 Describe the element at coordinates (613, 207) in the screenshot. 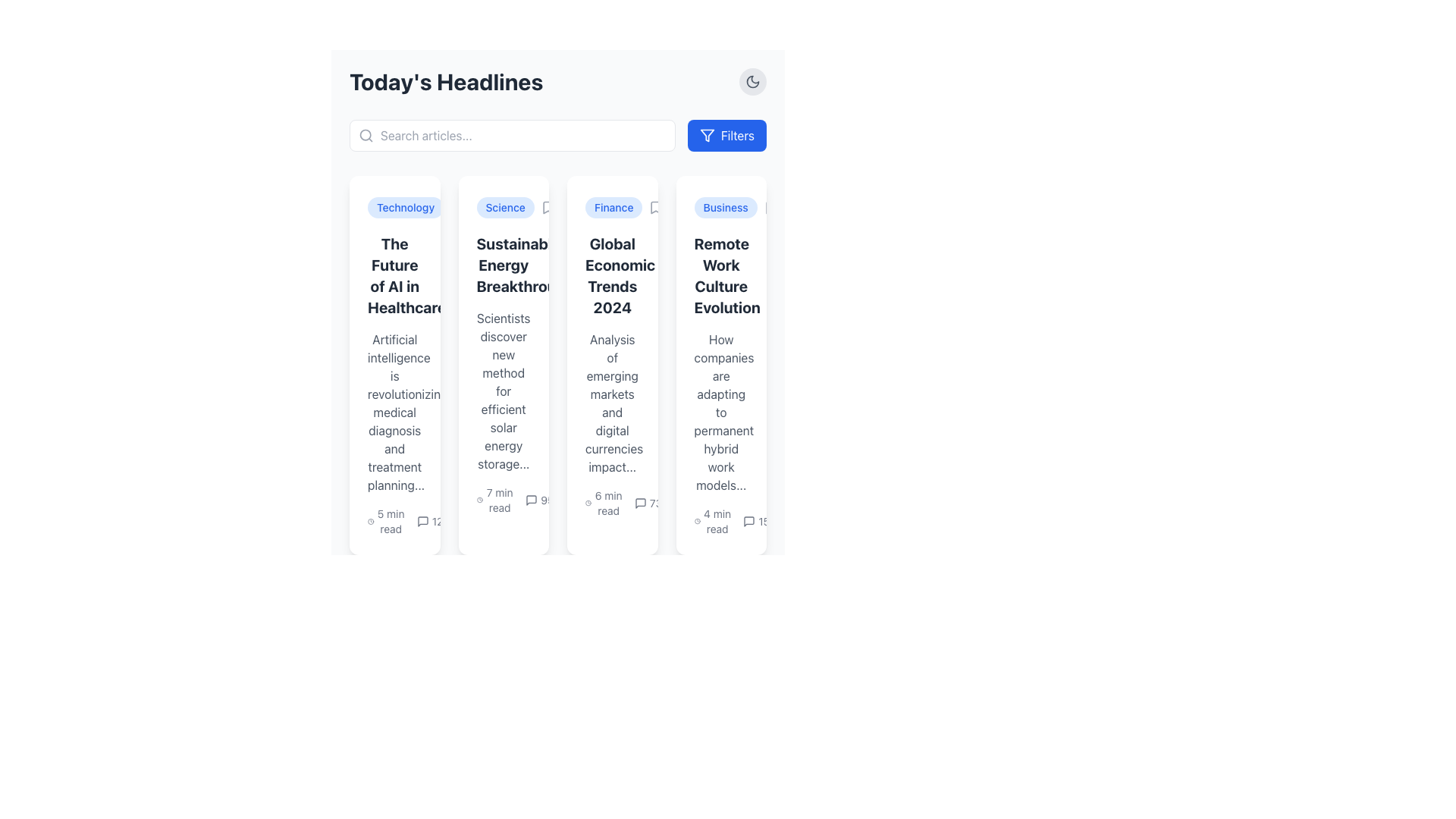

I see `the 'Finance' label element, which is styled with a rounded background color and blue text, positioned above a title text and to the left of an interactive button` at that location.